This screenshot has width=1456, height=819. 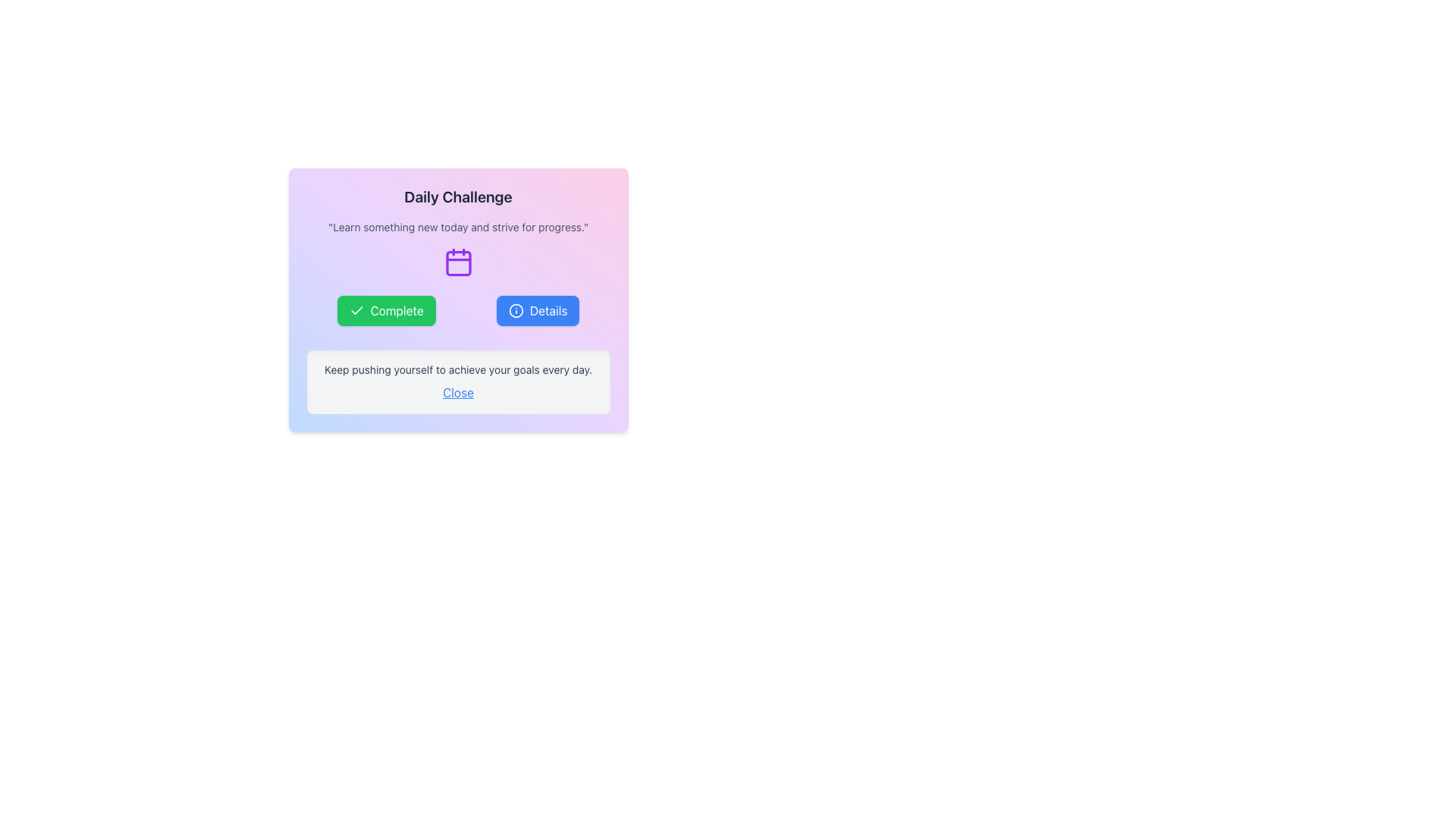 I want to click on the 'Details' button with a blue background and white text, located under the title 'Daily Challenge' in the modal box, so click(x=538, y=309).